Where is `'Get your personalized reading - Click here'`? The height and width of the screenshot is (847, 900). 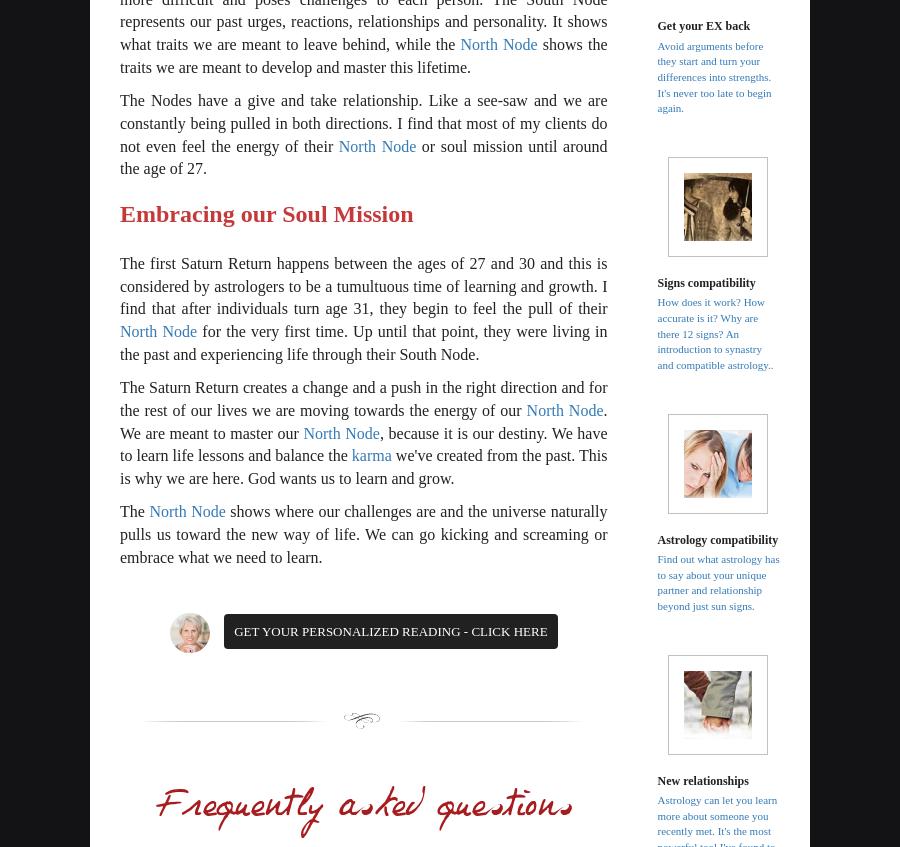 'Get your personalized reading - Click here' is located at coordinates (233, 630).